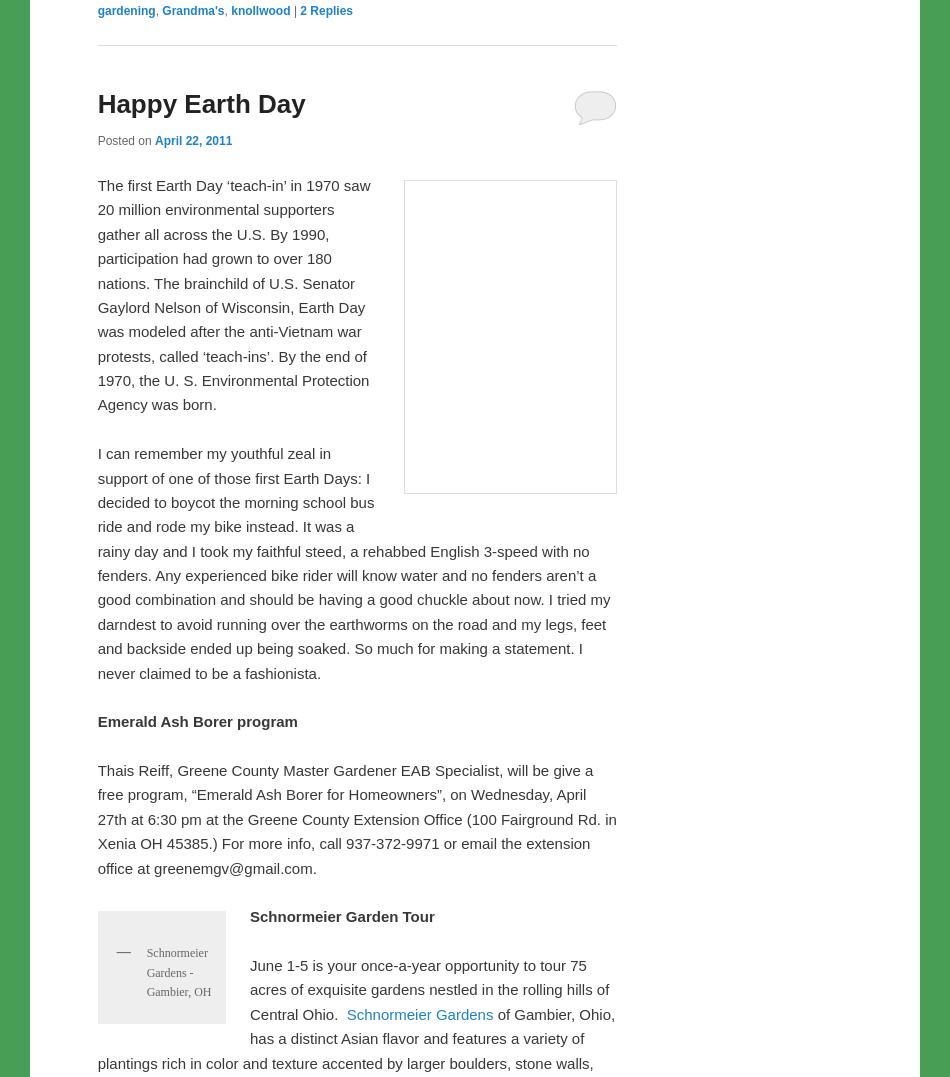 The width and height of the screenshot is (950, 1077). Describe the element at coordinates (159, 305) in the screenshot. I see `'Facebook'` at that location.